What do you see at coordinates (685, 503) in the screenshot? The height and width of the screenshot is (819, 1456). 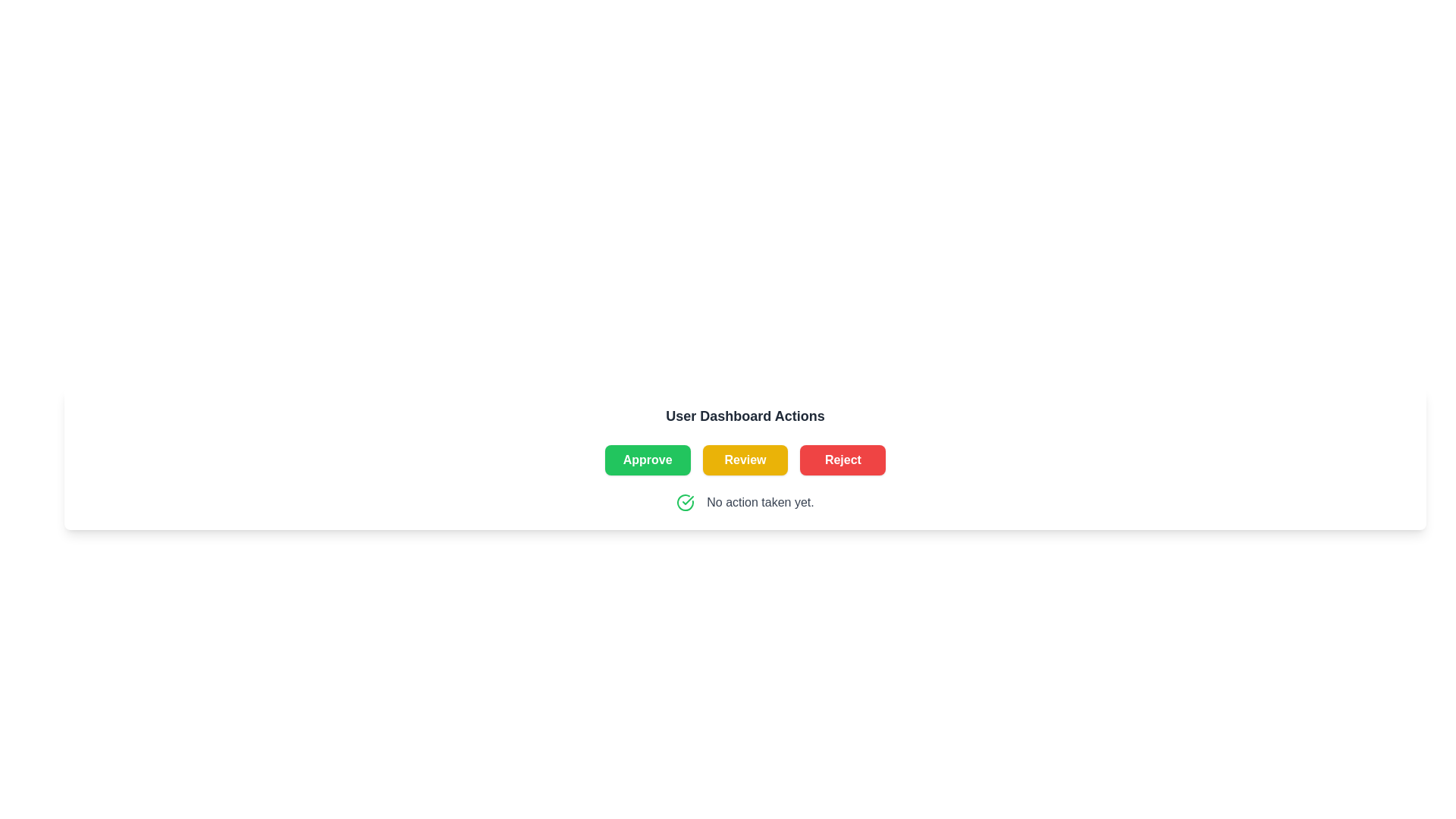 I see `the circular green checkmark icon located to the left of the text 'No action taken yet.' under the 'User Dashboard Actions' heading` at bounding box center [685, 503].